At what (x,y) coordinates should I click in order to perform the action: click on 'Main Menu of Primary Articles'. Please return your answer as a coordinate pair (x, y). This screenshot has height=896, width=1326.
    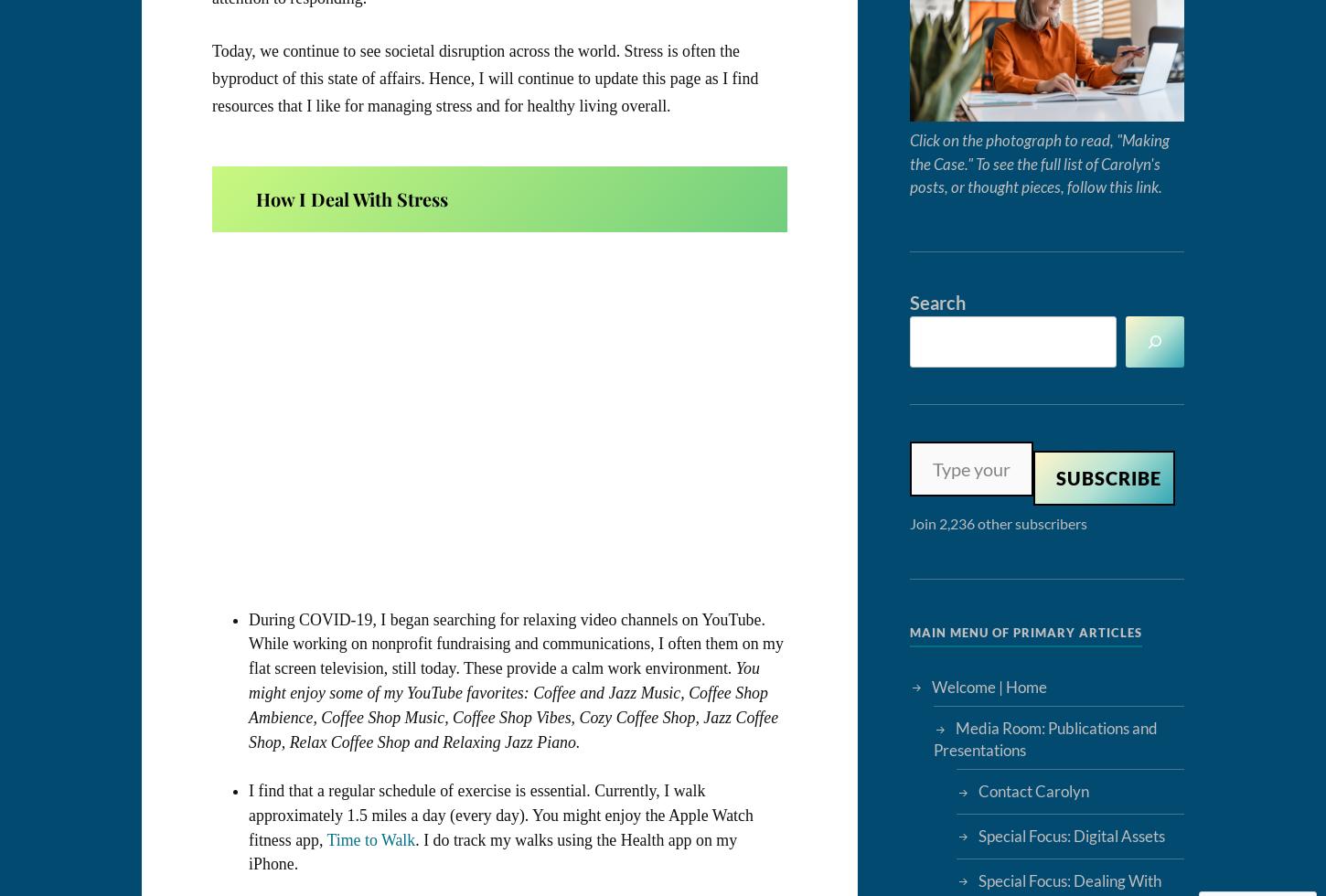
    Looking at the image, I should click on (1025, 631).